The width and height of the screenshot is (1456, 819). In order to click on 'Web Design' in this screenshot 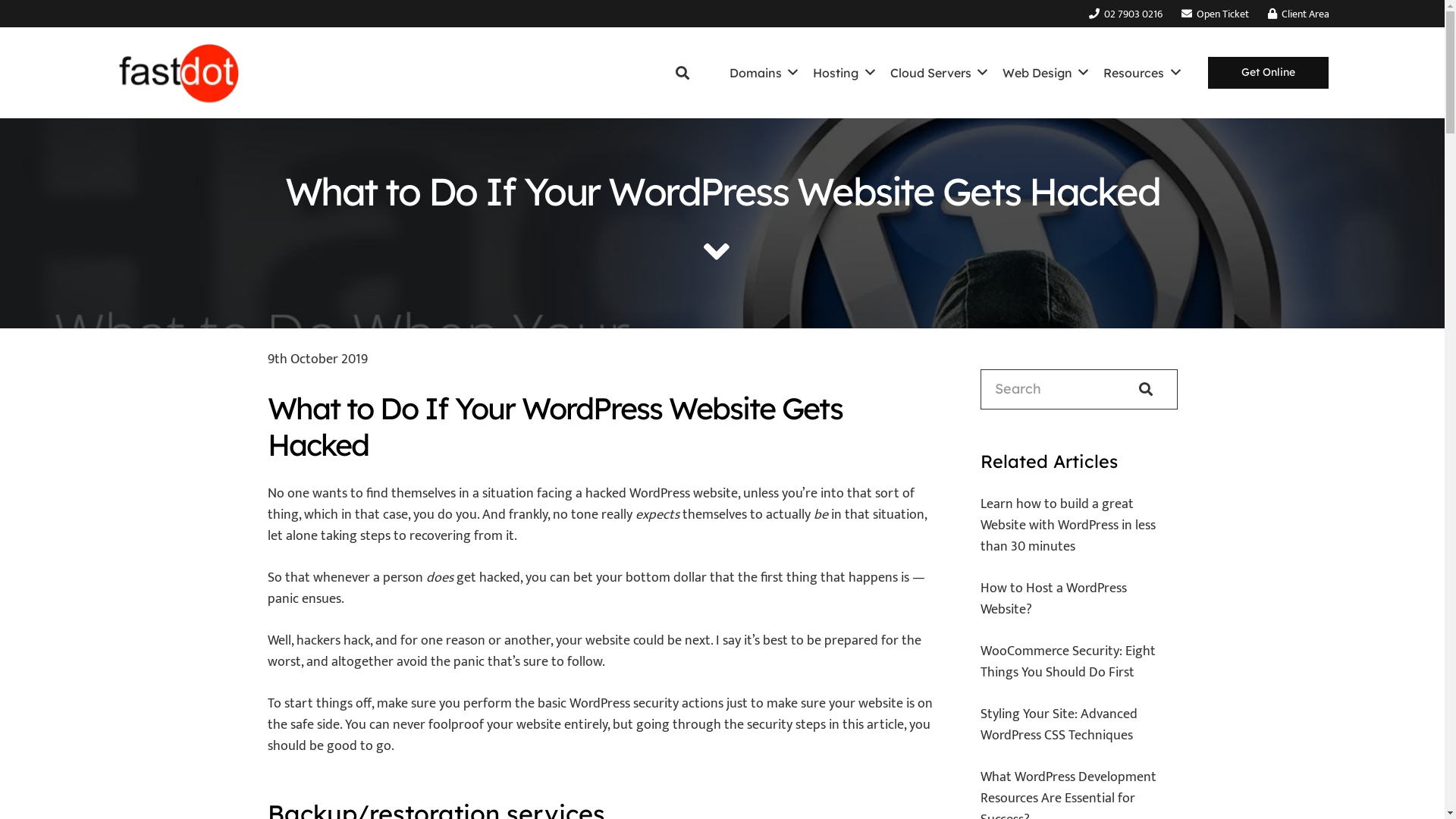, I will do `click(994, 73)`.